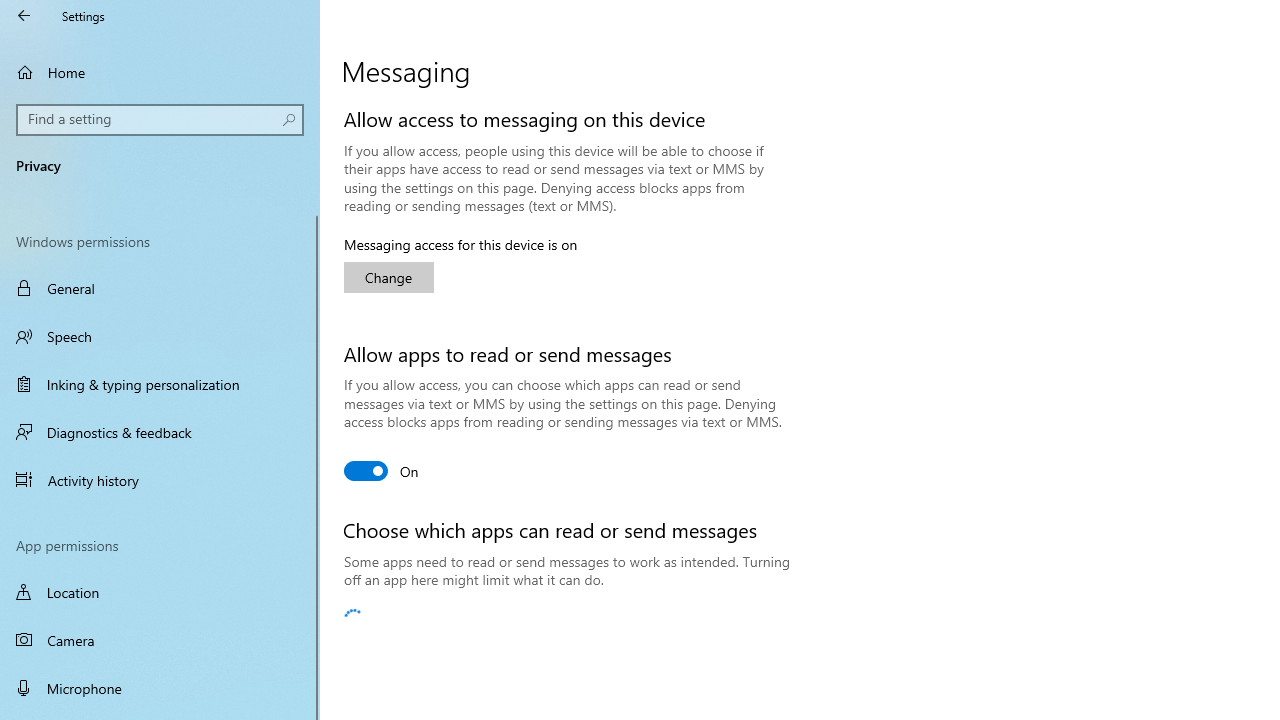 This screenshot has height=720, width=1280. I want to click on 'Speech', so click(160, 334).